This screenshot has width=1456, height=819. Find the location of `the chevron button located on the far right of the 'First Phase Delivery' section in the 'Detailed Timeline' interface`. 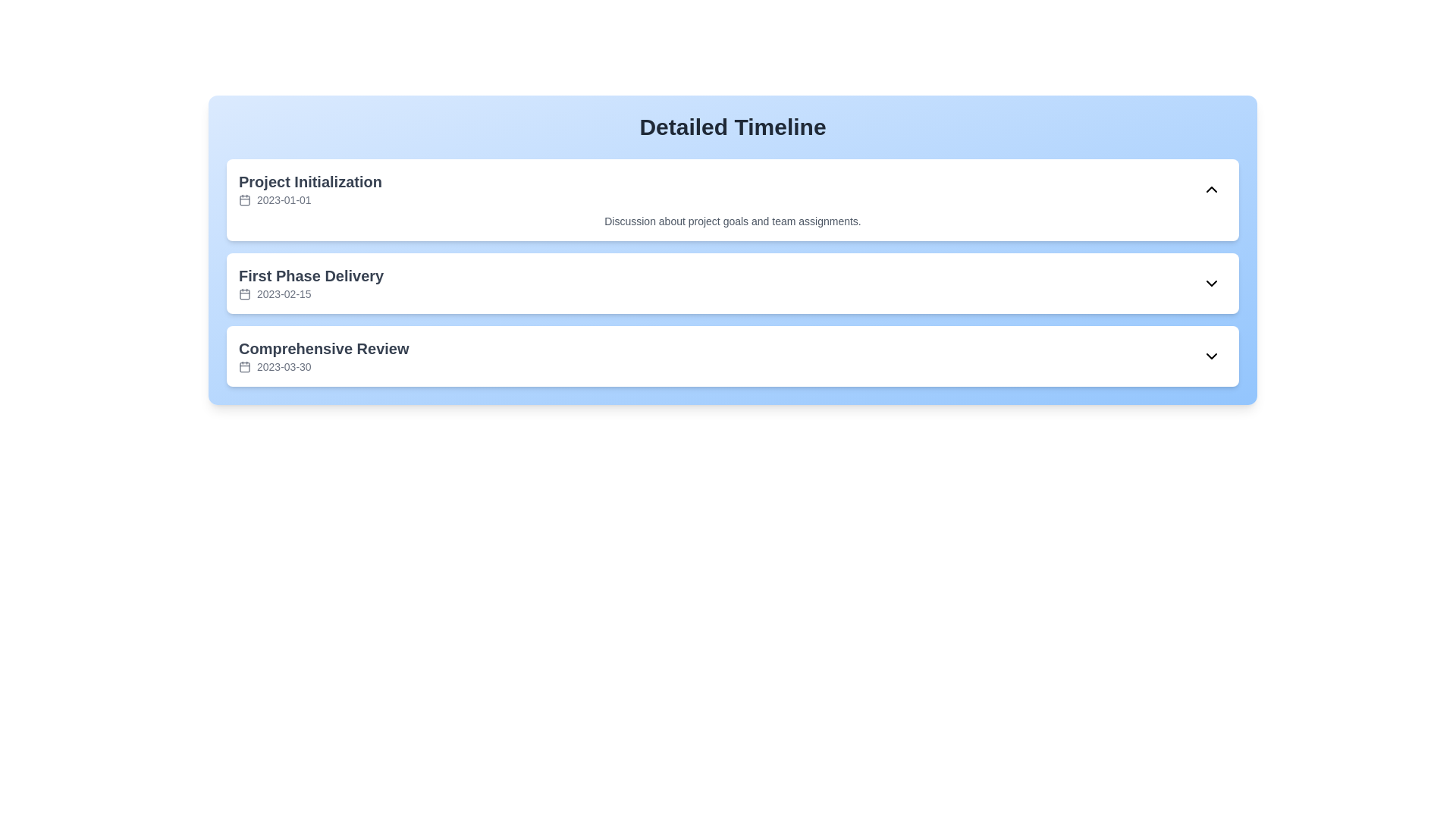

the chevron button located on the far right of the 'First Phase Delivery' section in the 'Detailed Timeline' interface is located at coordinates (1211, 284).